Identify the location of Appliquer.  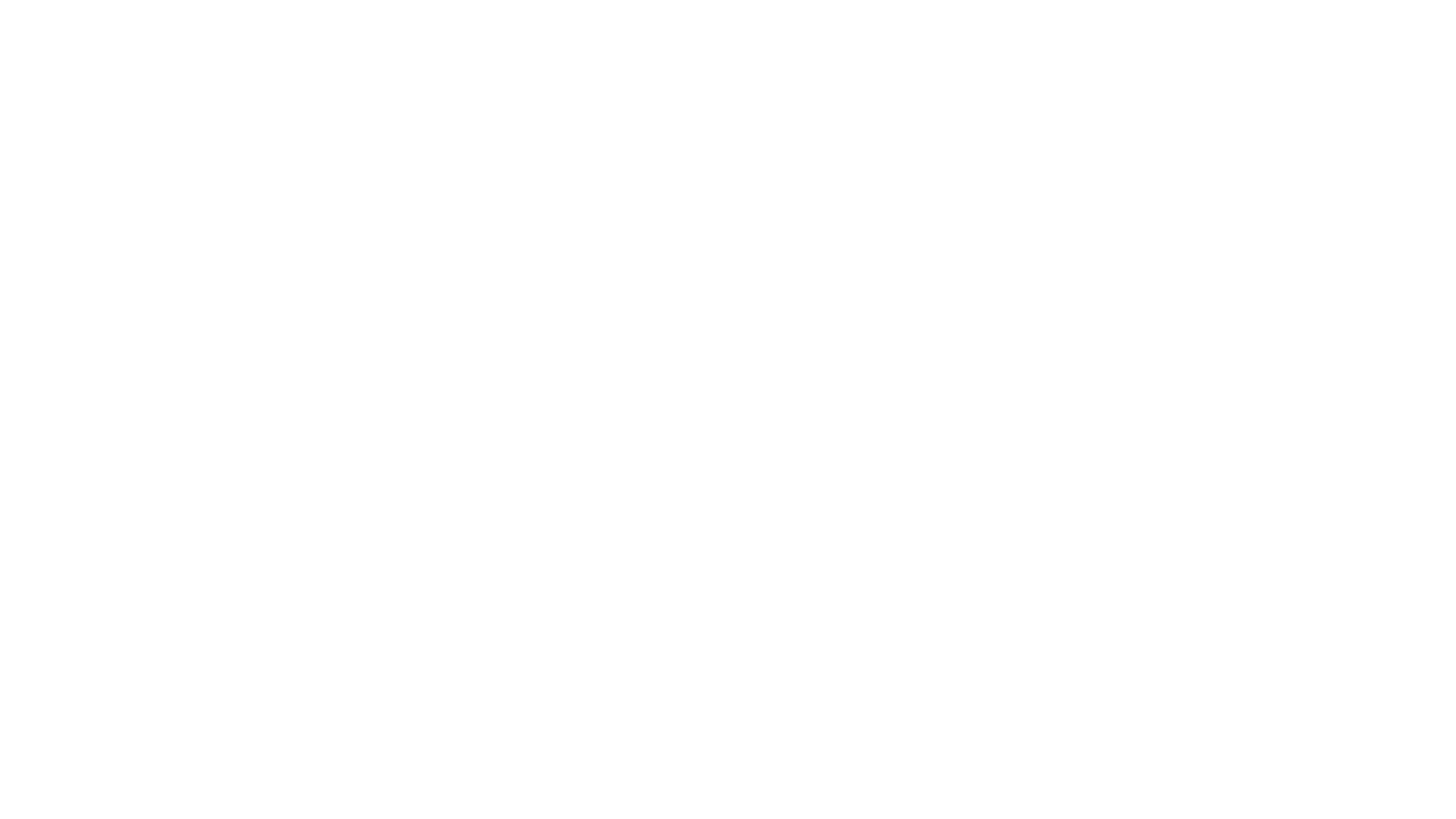
(896, 628).